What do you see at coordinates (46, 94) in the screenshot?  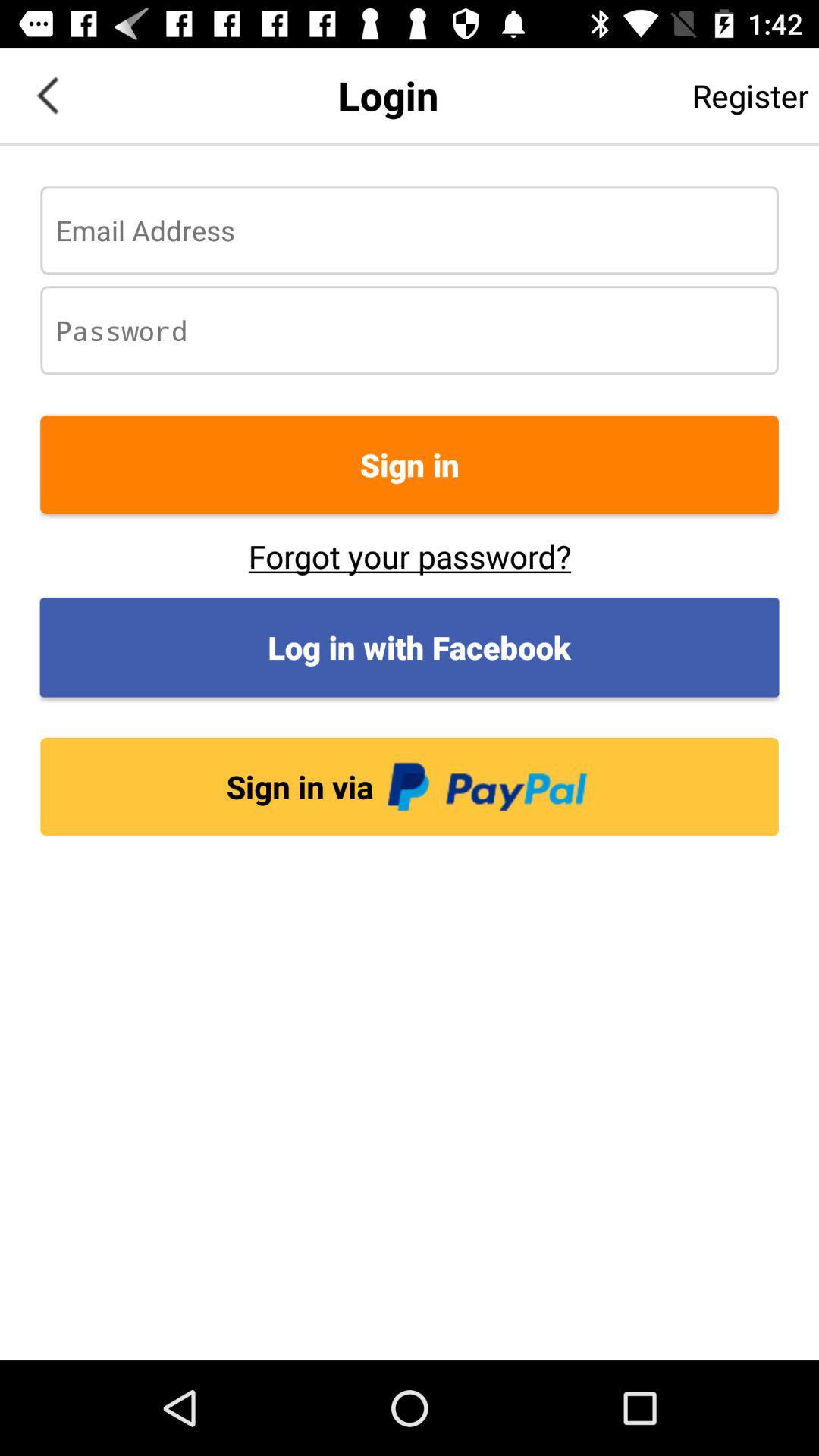 I see `the icon next to login icon` at bounding box center [46, 94].